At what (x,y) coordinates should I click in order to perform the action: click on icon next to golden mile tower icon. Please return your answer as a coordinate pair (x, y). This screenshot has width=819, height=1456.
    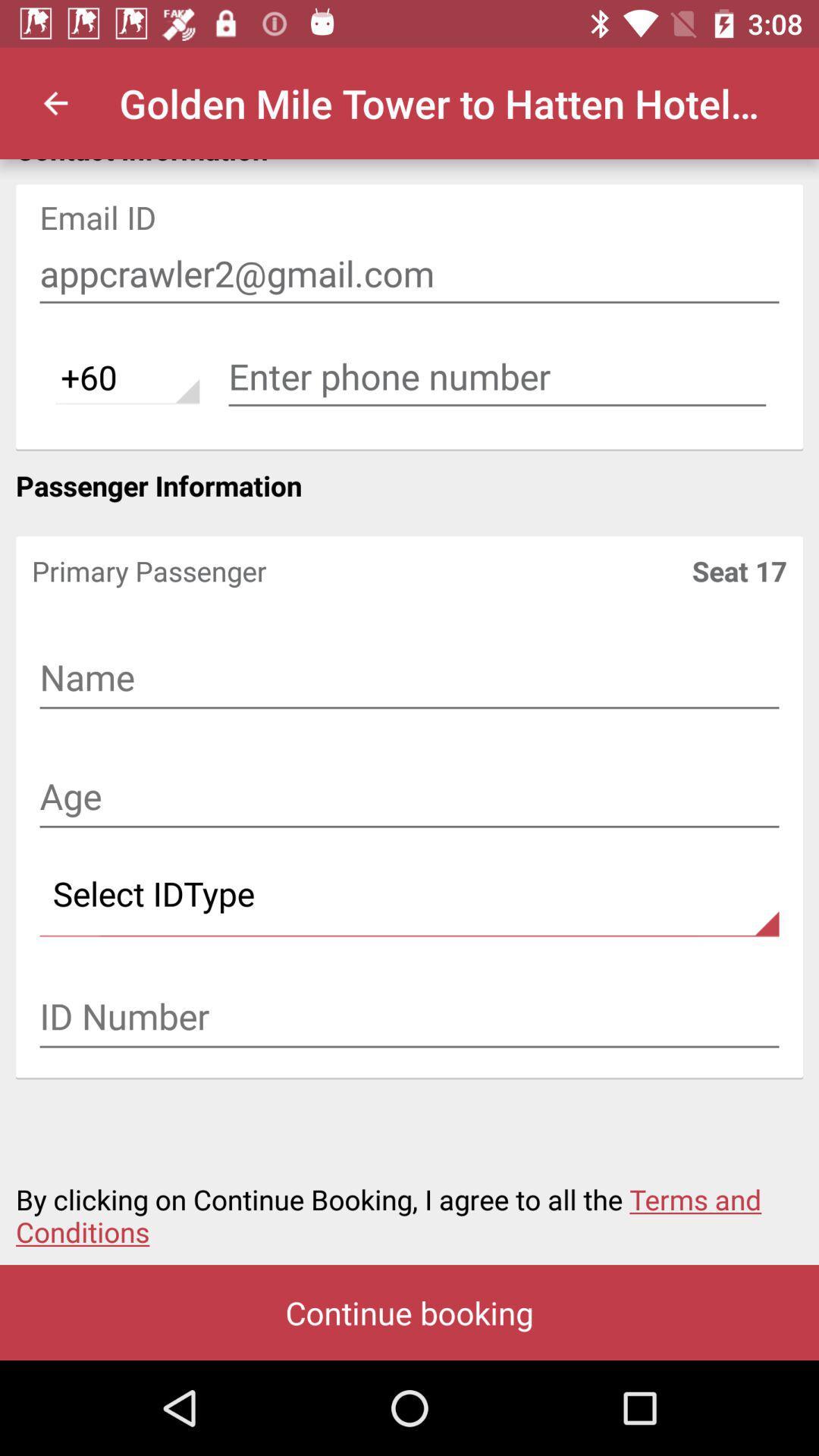
    Looking at the image, I should click on (55, 102).